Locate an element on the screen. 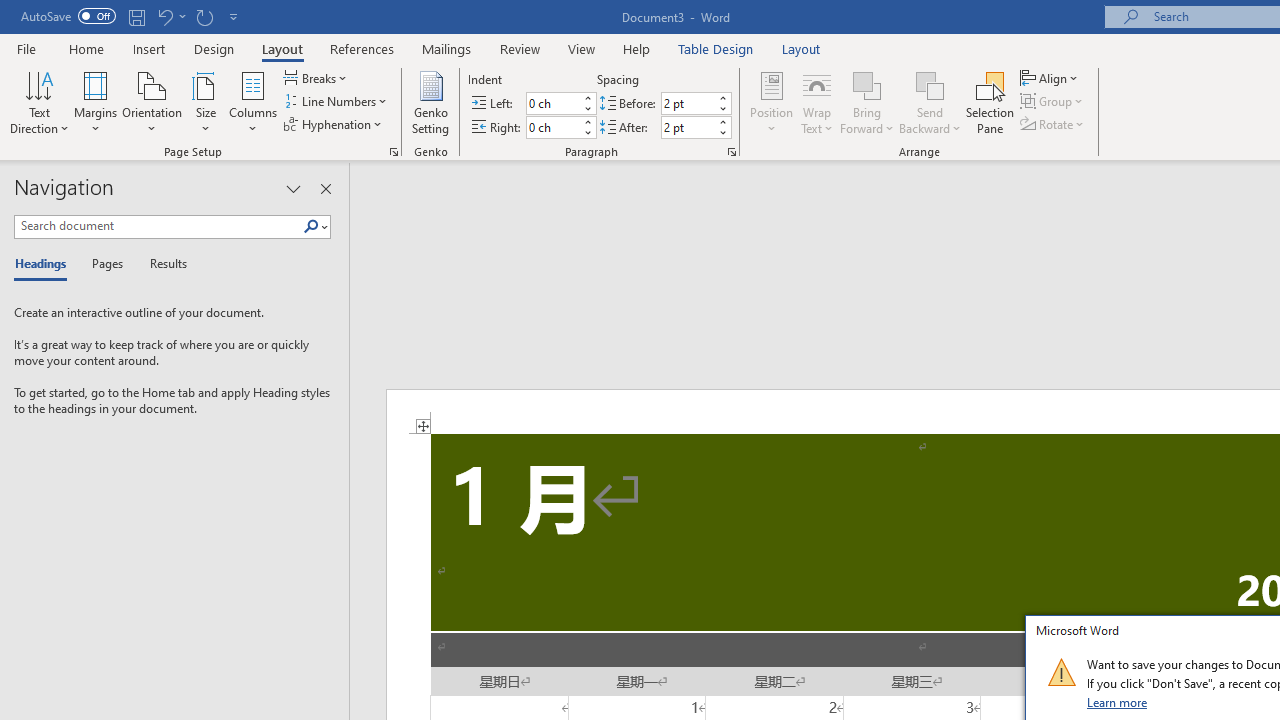 The width and height of the screenshot is (1280, 720). 'Position' is located at coordinates (770, 103).